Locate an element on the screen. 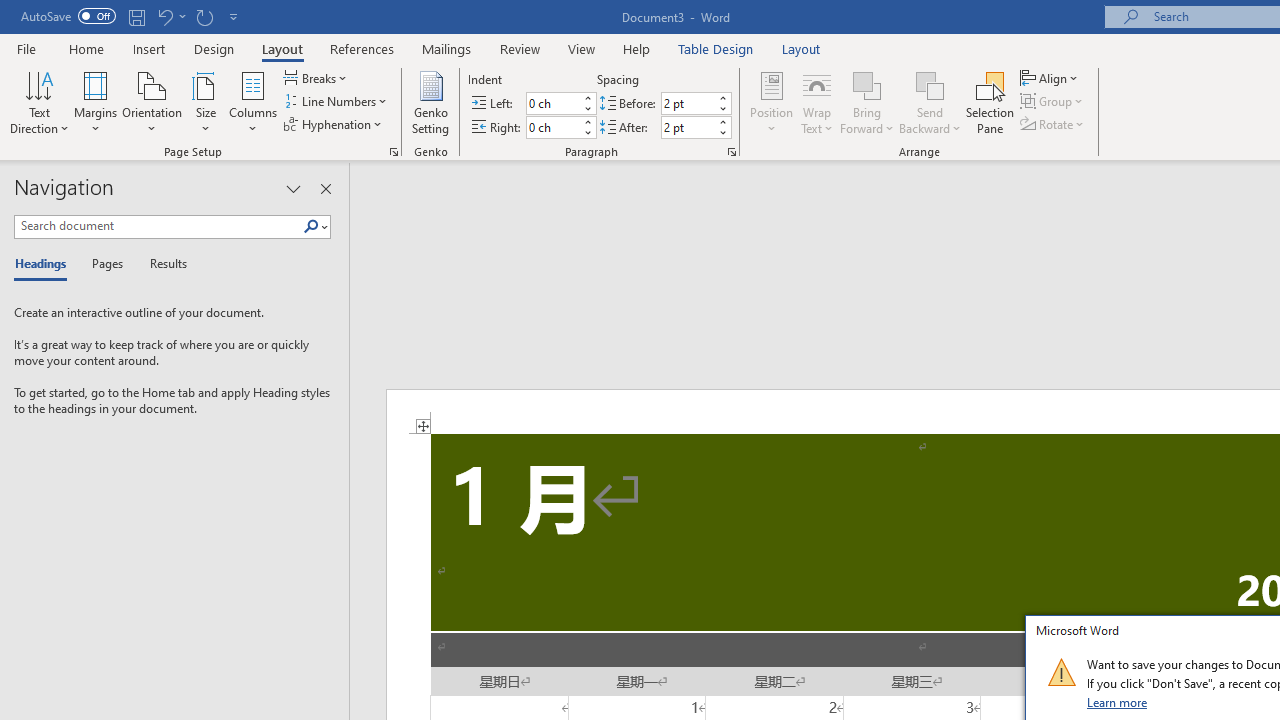 The width and height of the screenshot is (1280, 720). 'Position' is located at coordinates (770, 103).